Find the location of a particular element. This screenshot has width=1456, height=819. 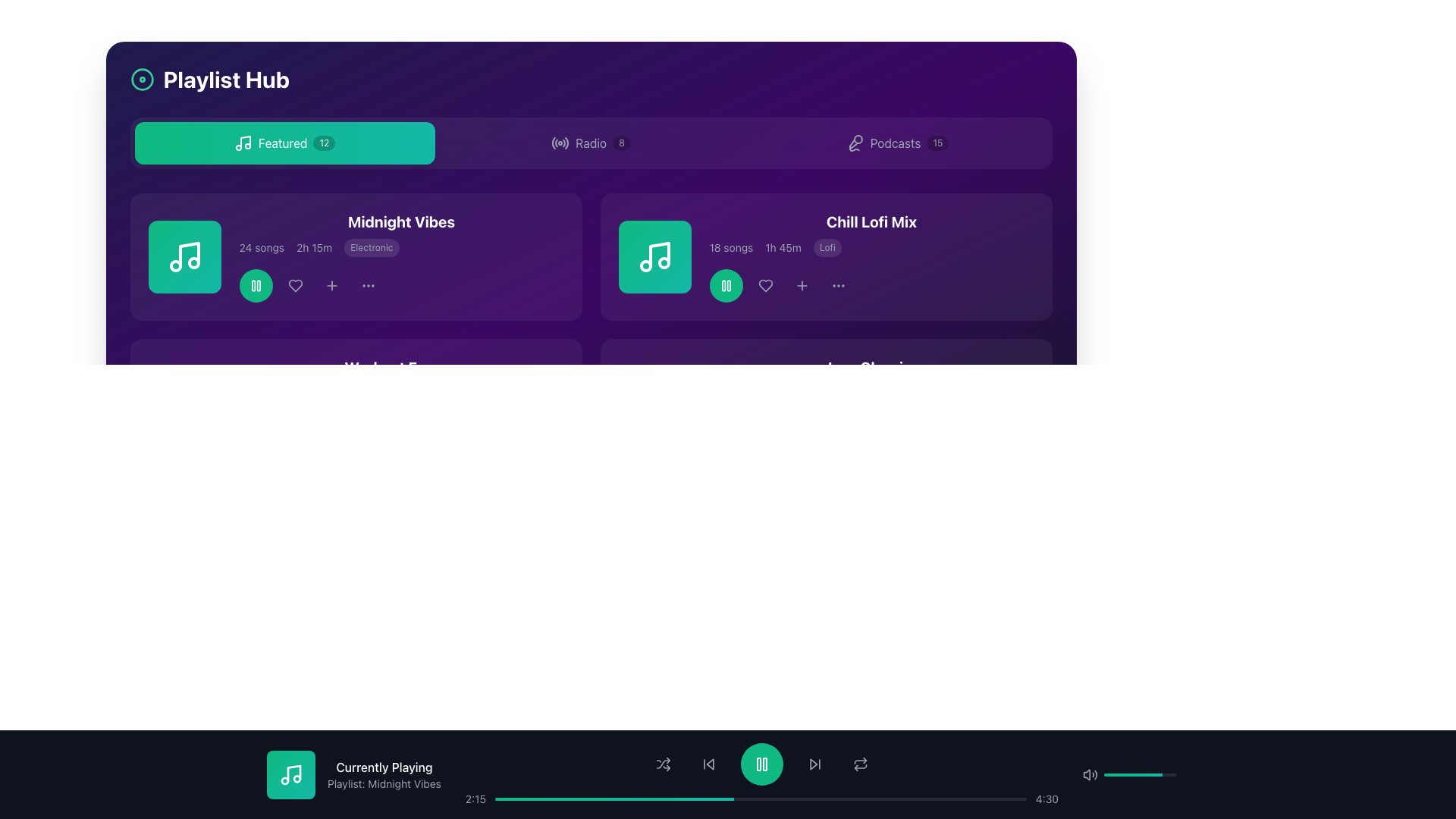

text content of the static label that displays 'Playlist: Midnight Vibes', which is located beneath the 'Currently Playing' heading in the music player interface is located at coordinates (384, 783).